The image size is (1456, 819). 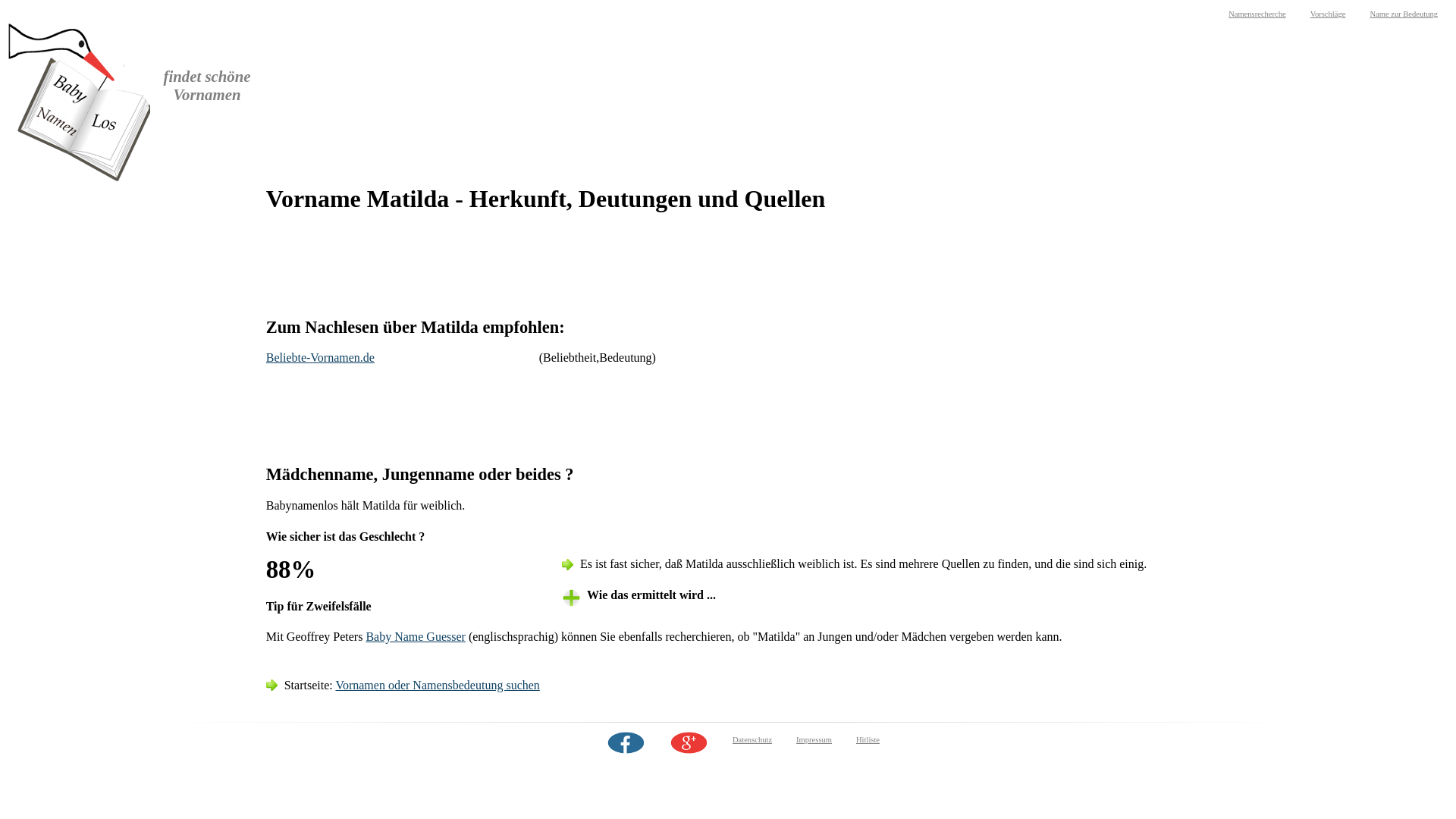 What do you see at coordinates (813, 739) in the screenshot?
I see `'Impressum'` at bounding box center [813, 739].